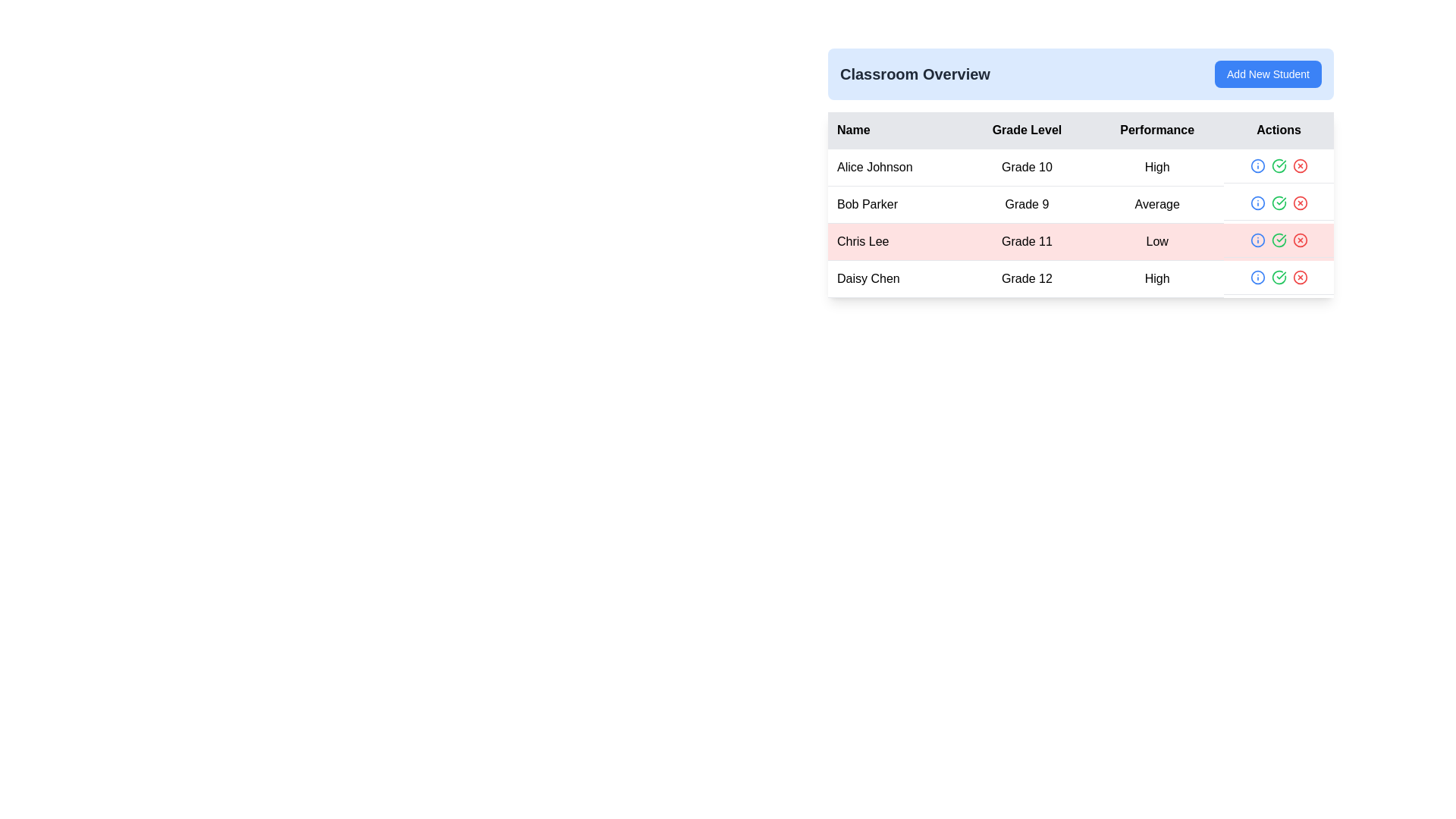  I want to click on the confirmation button in the 'Actions' column for the entry of 'Chris Lee', so click(1278, 239).